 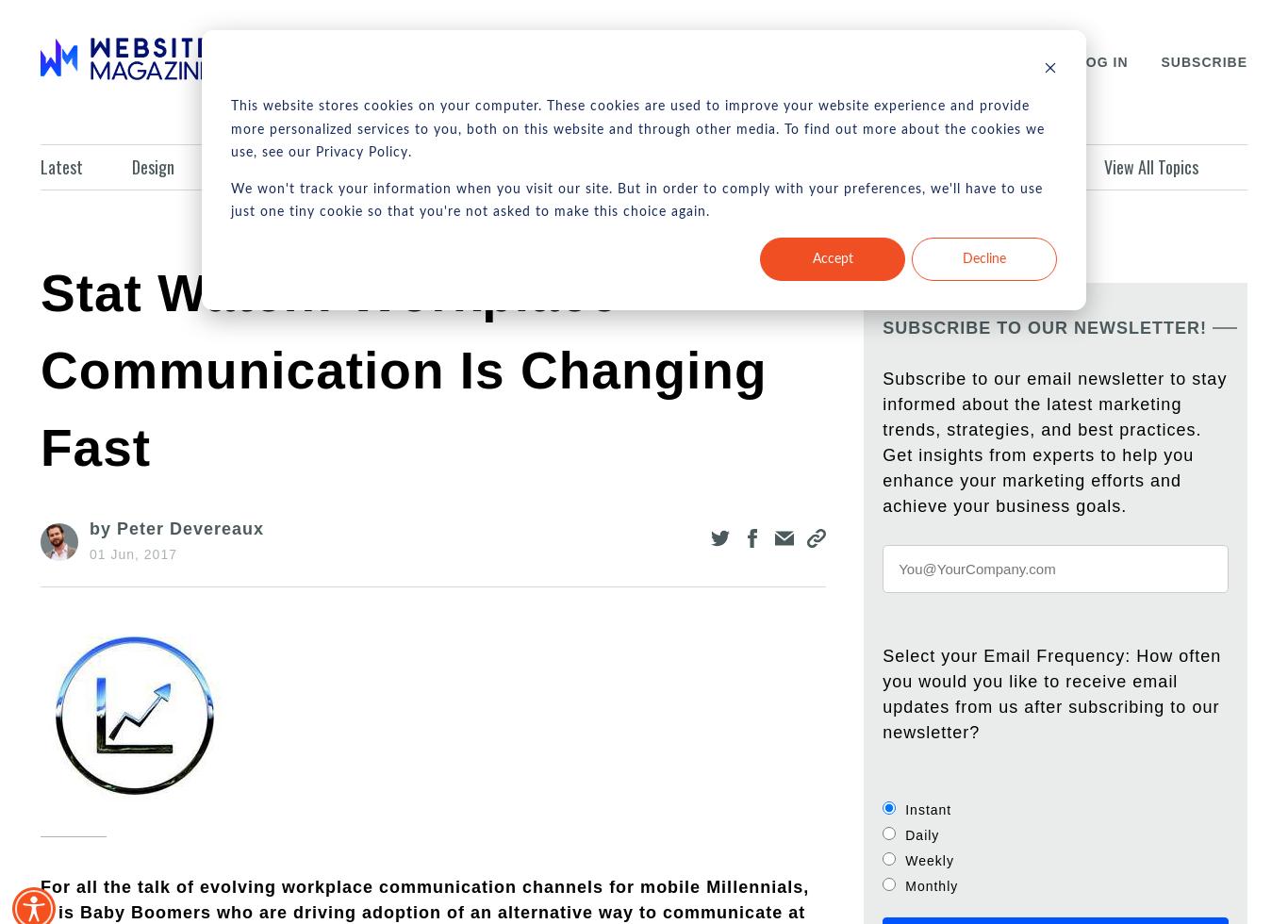 What do you see at coordinates (1149, 166) in the screenshot?
I see `'View All Topics'` at bounding box center [1149, 166].